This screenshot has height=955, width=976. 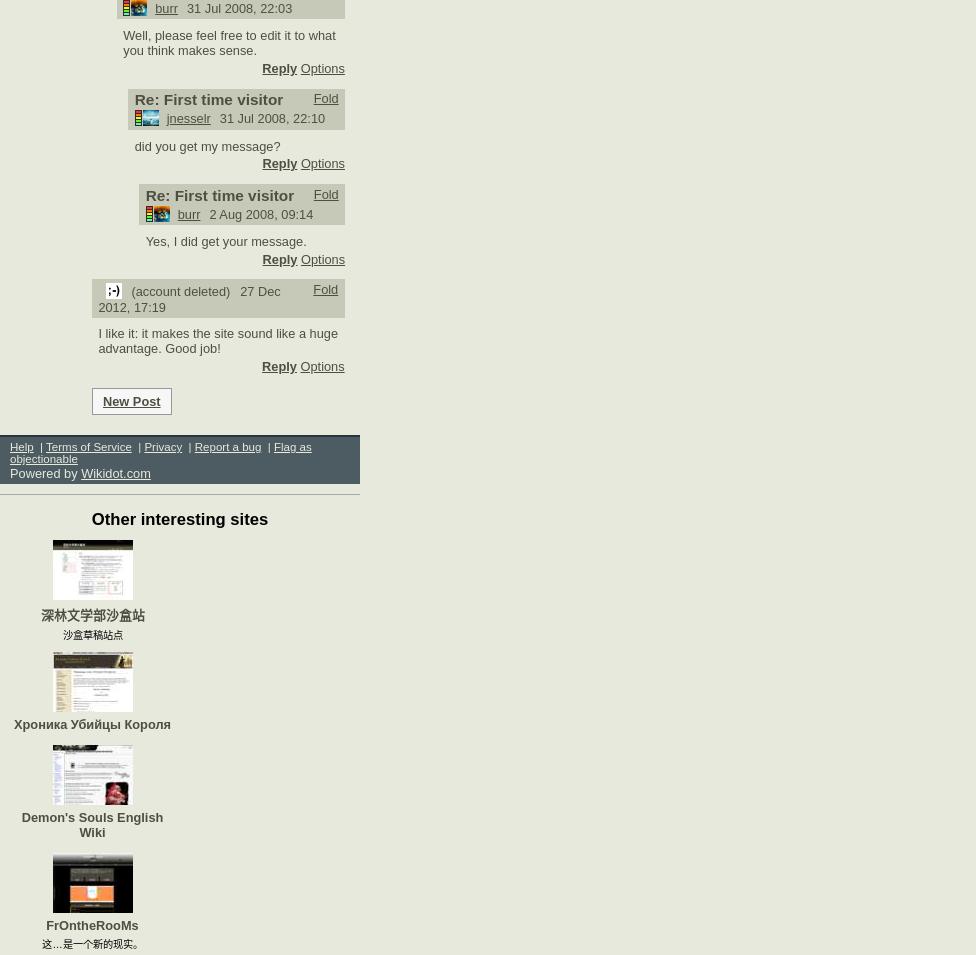 What do you see at coordinates (179, 291) in the screenshot?
I see `'(account deleted)'` at bounding box center [179, 291].